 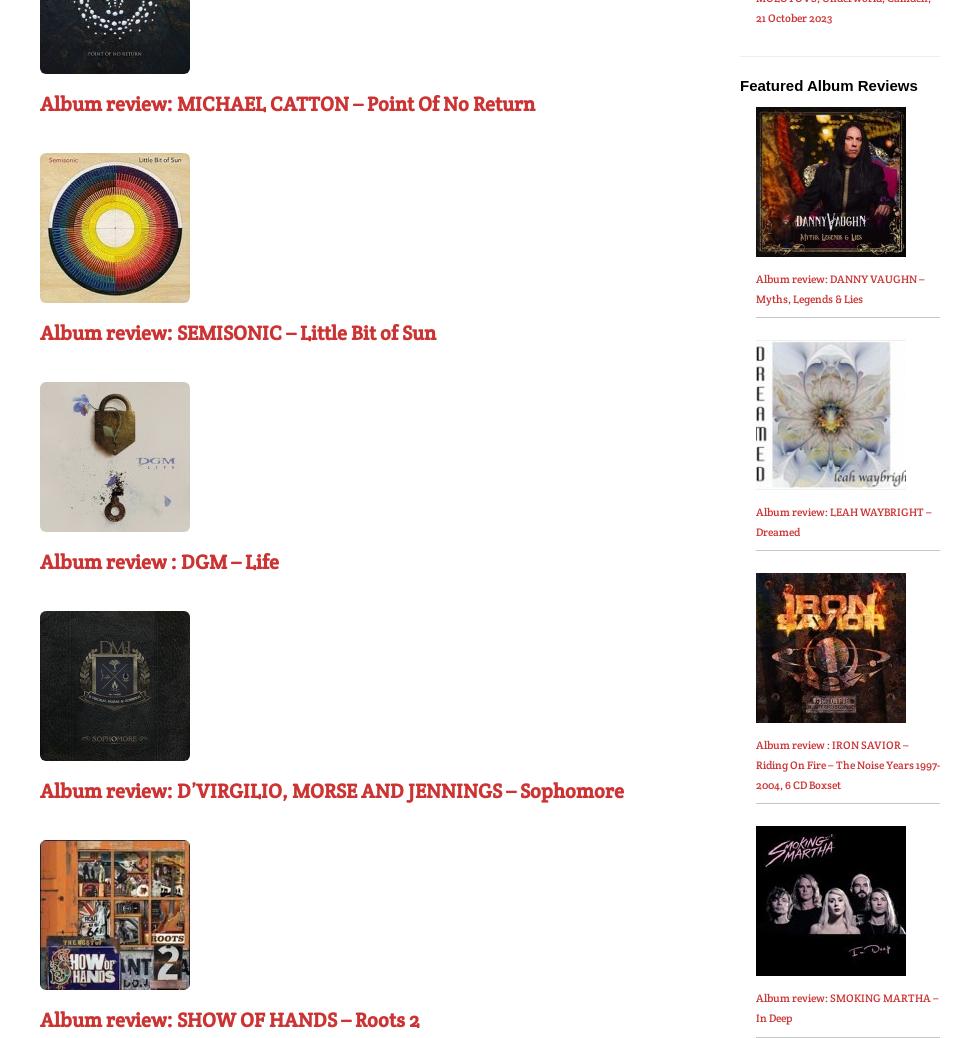 I want to click on 'Featured Album Reviews', so click(x=828, y=83).